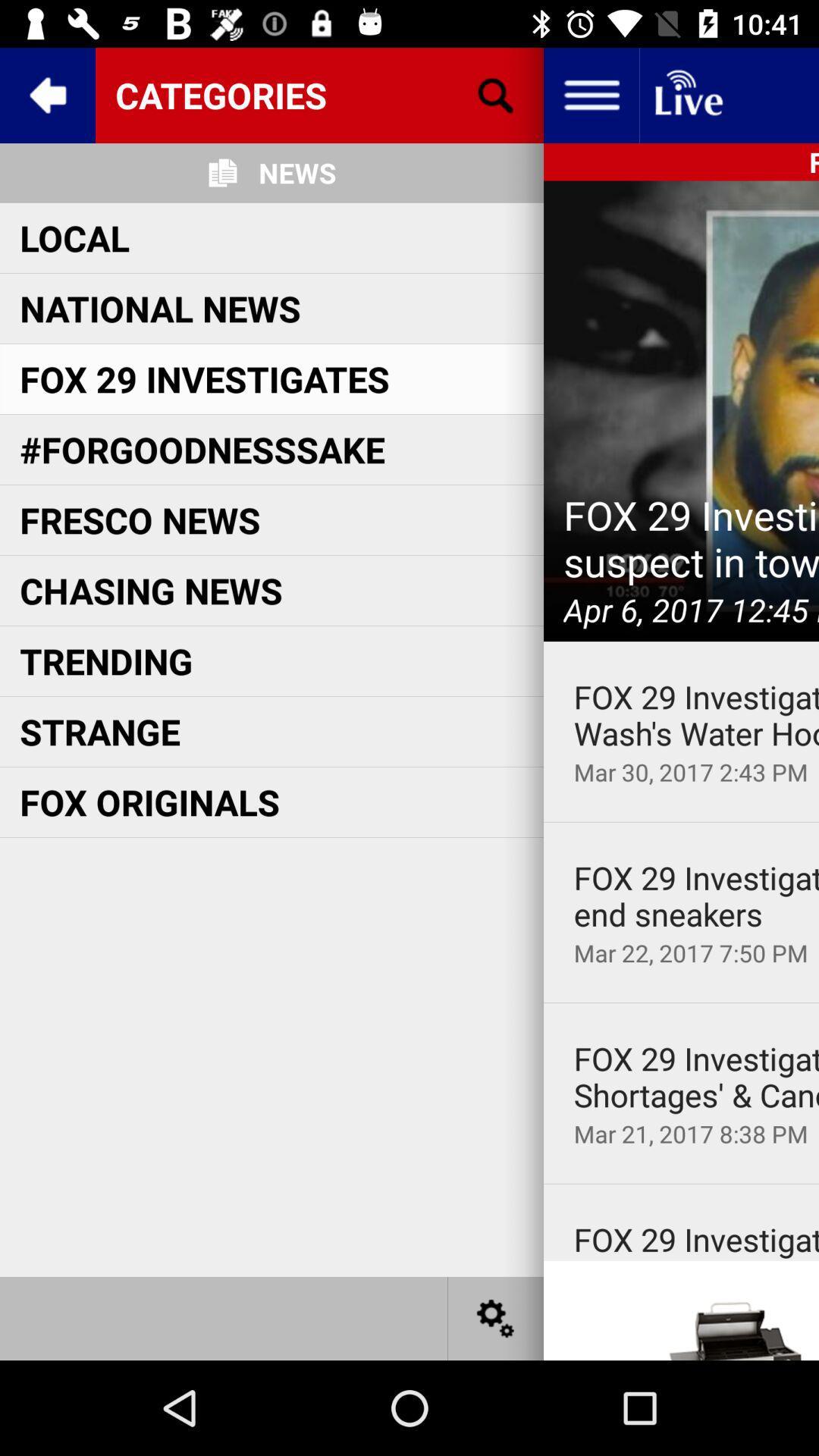 The width and height of the screenshot is (819, 1456). I want to click on the settings icon, so click(496, 1317).